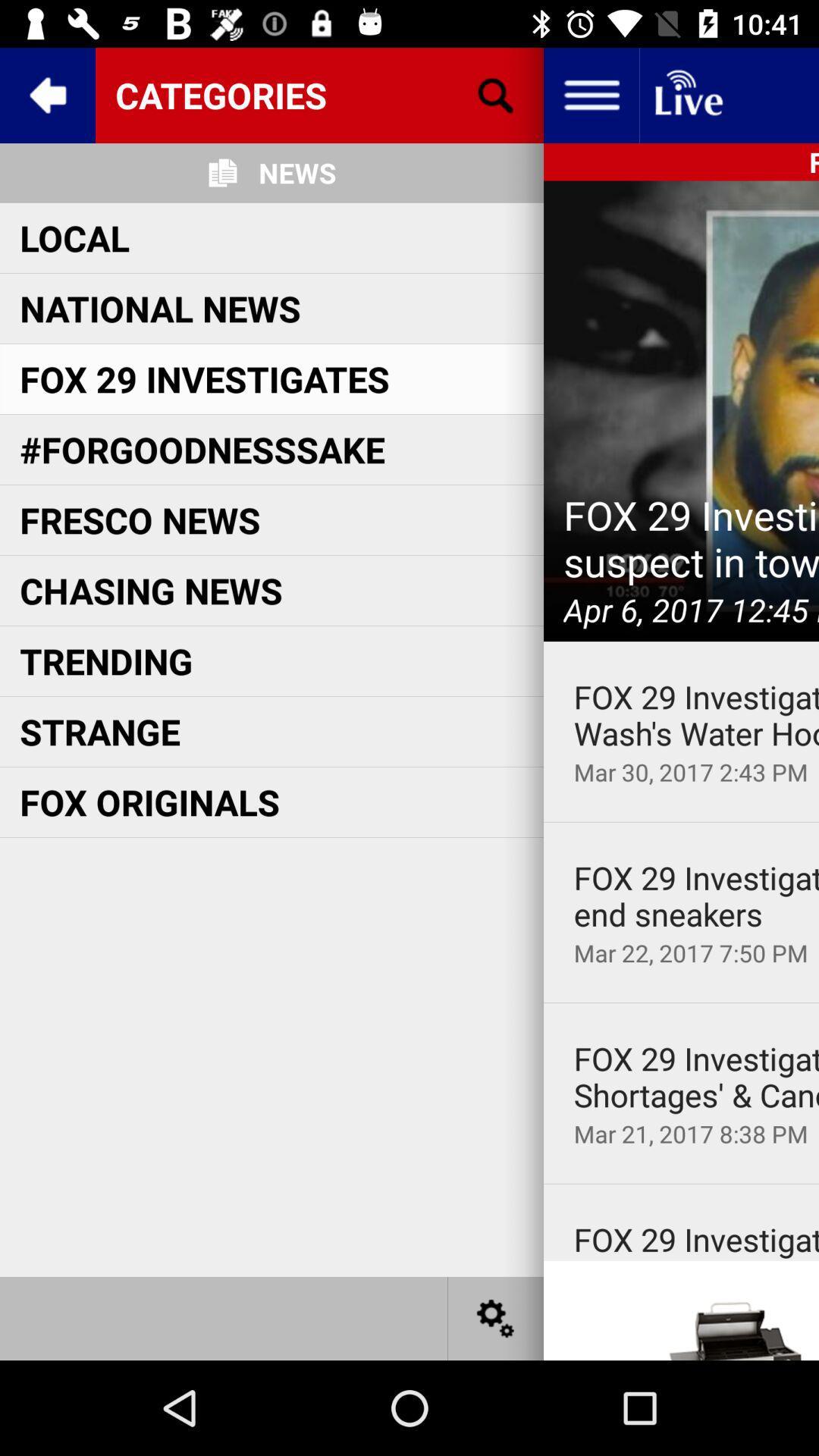 The width and height of the screenshot is (819, 1456). I want to click on the settings icon, so click(496, 1317).